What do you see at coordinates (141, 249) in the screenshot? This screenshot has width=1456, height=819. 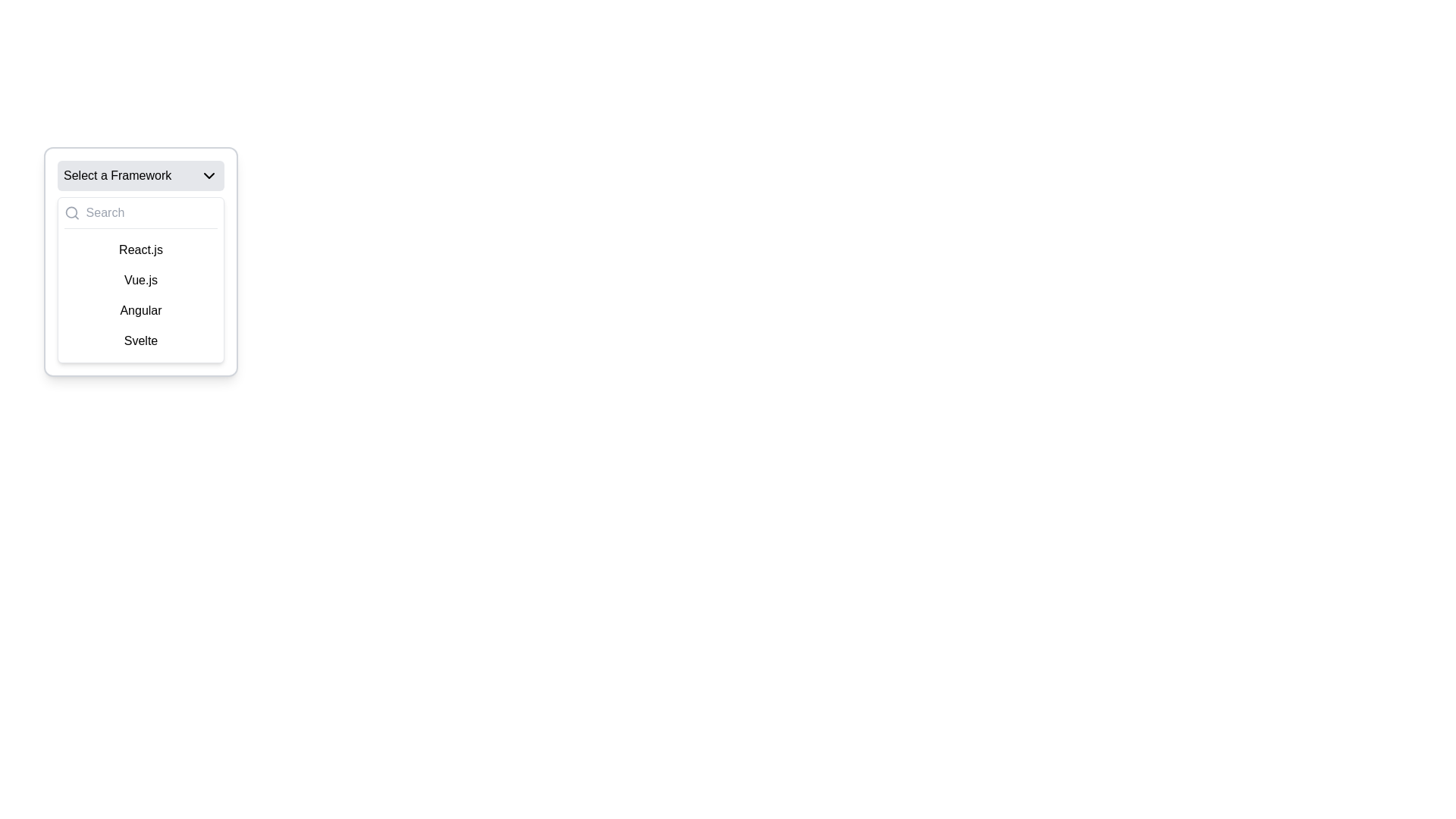 I see `the 'React.js' menu item in the dropdown list under 'Select a Framework'` at bounding box center [141, 249].